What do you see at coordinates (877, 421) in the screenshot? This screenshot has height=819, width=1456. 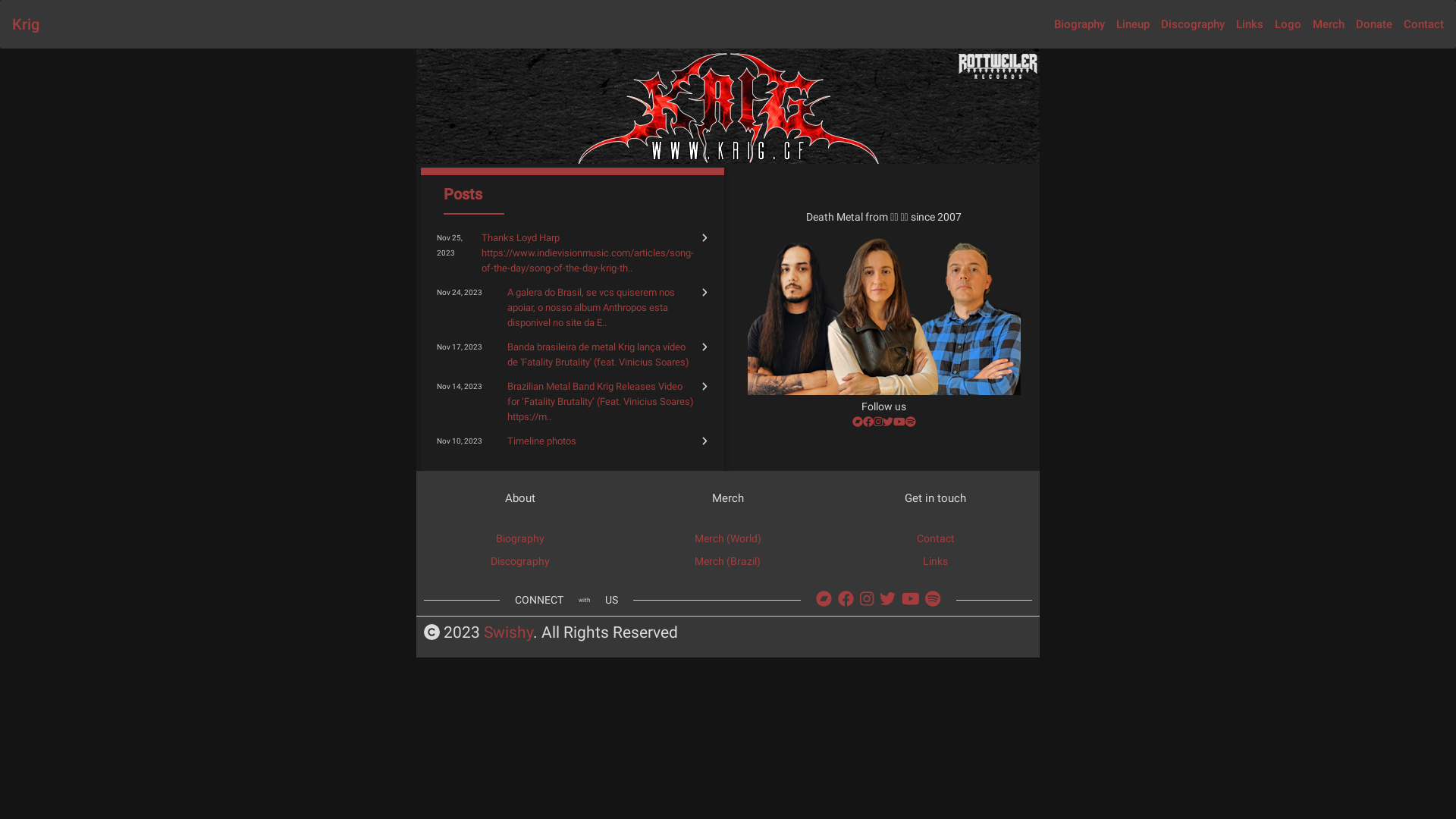 I see `'Instagram'` at bounding box center [877, 421].